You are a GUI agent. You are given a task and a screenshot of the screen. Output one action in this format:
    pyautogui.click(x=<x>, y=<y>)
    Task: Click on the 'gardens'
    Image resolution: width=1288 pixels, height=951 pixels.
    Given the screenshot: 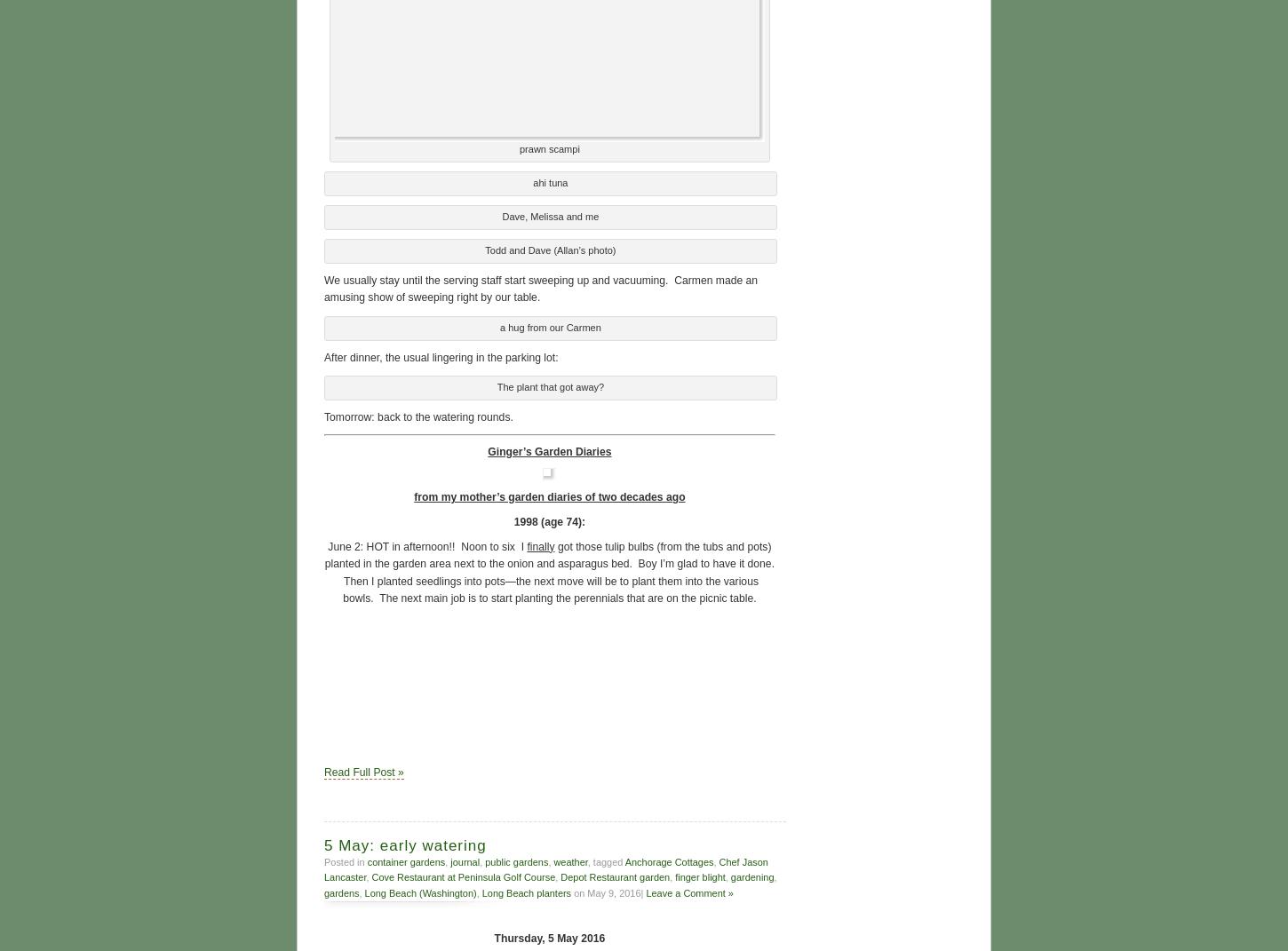 What is the action you would take?
    pyautogui.click(x=340, y=890)
    